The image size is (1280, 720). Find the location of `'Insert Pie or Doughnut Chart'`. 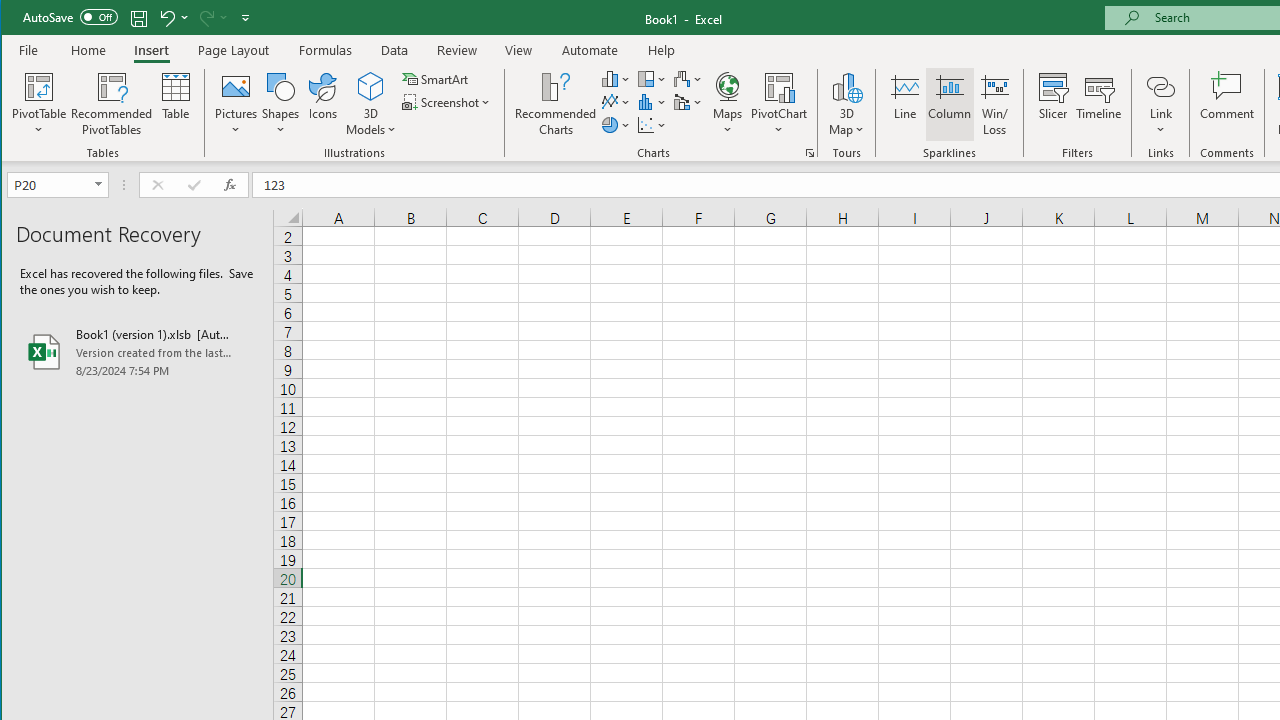

'Insert Pie or Doughnut Chart' is located at coordinates (615, 125).